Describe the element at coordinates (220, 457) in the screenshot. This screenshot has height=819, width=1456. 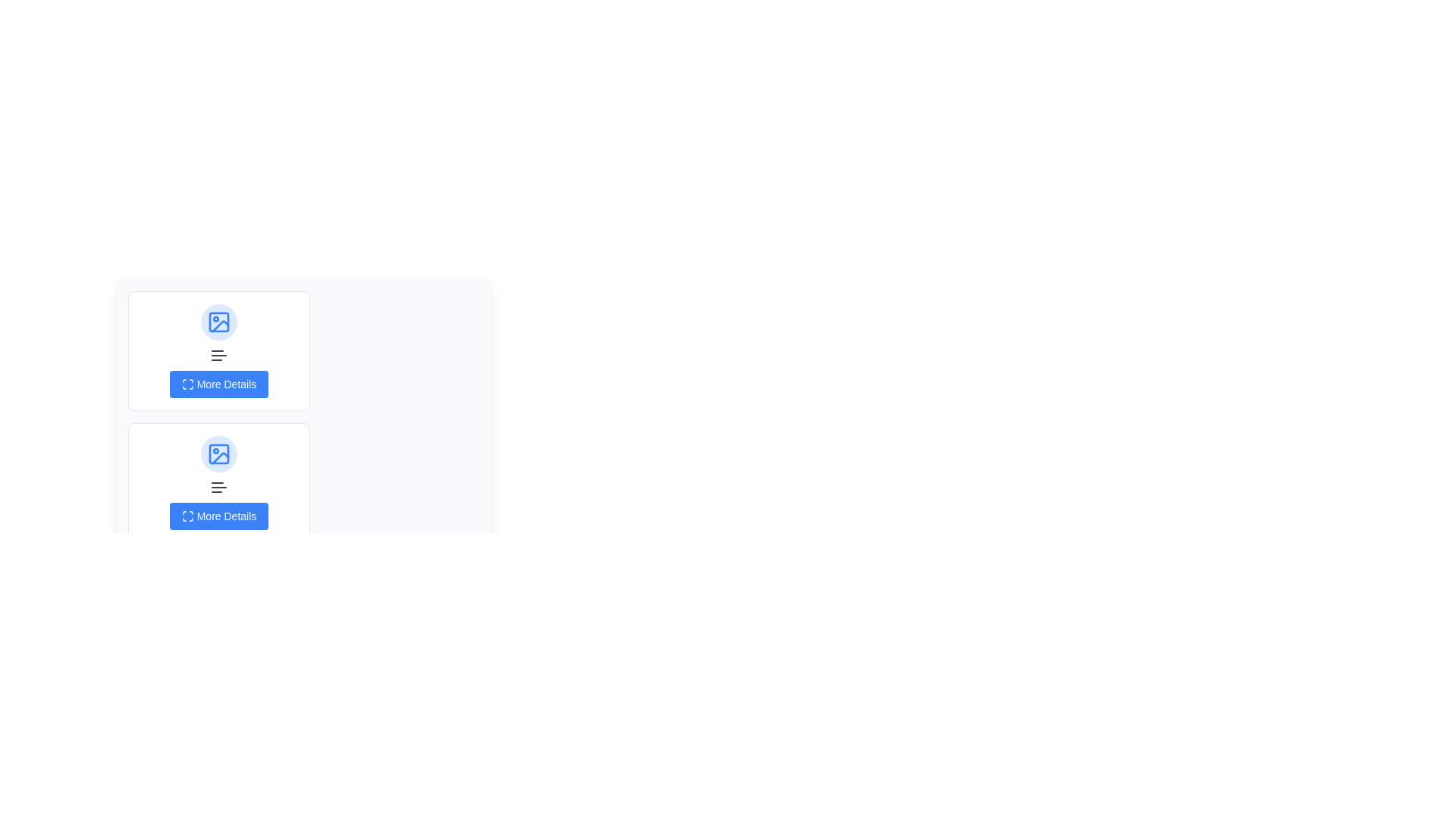
I see `the blue diagonal line element that is part of a graphical icon, located below the circular graphical icon in the bottom icon of the second card on the right-hand side` at that location.